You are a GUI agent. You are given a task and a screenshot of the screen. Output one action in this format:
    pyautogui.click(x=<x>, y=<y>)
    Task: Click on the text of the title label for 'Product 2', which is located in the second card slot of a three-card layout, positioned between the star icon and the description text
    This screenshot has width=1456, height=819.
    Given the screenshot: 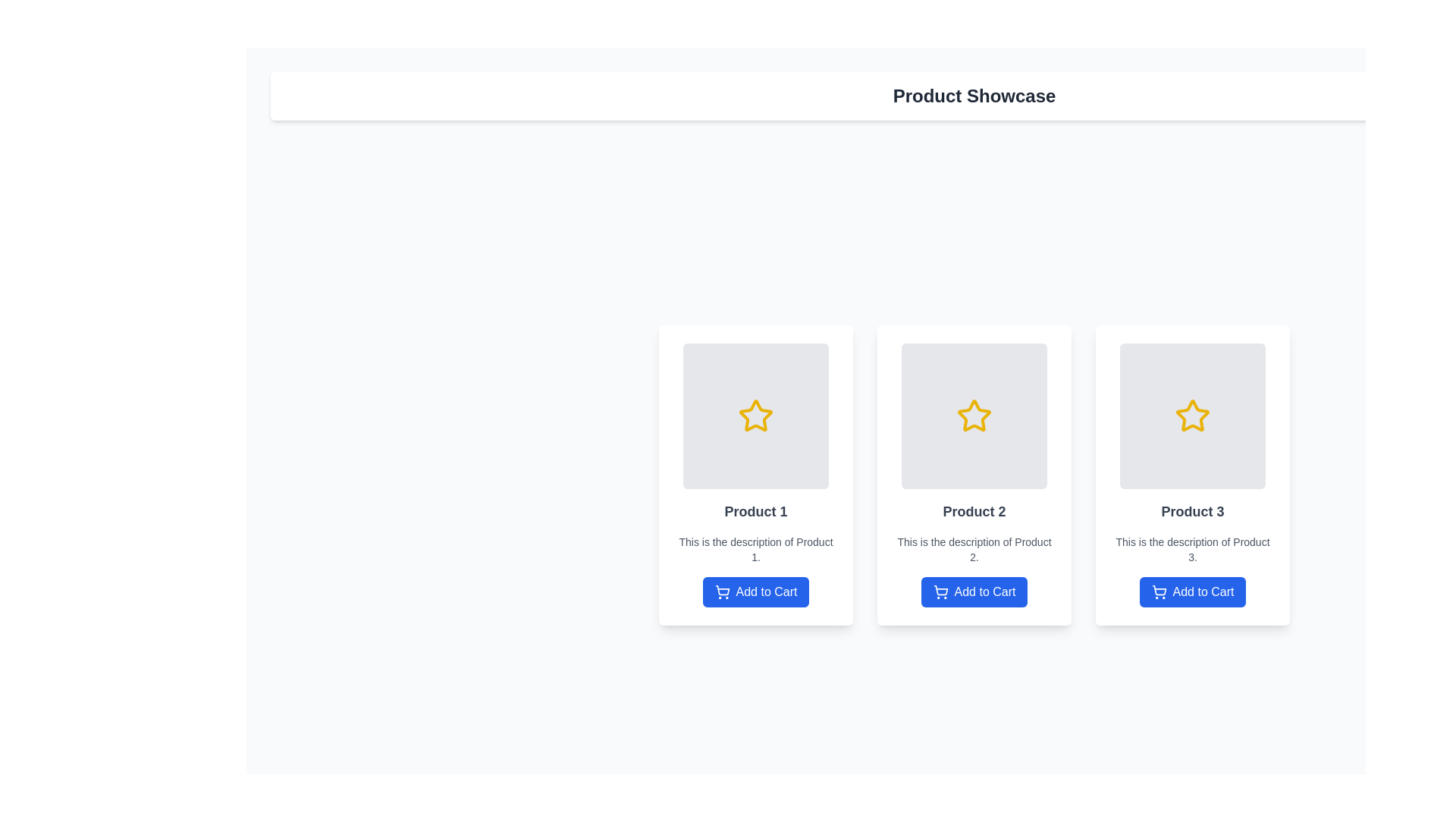 What is the action you would take?
    pyautogui.click(x=974, y=512)
    